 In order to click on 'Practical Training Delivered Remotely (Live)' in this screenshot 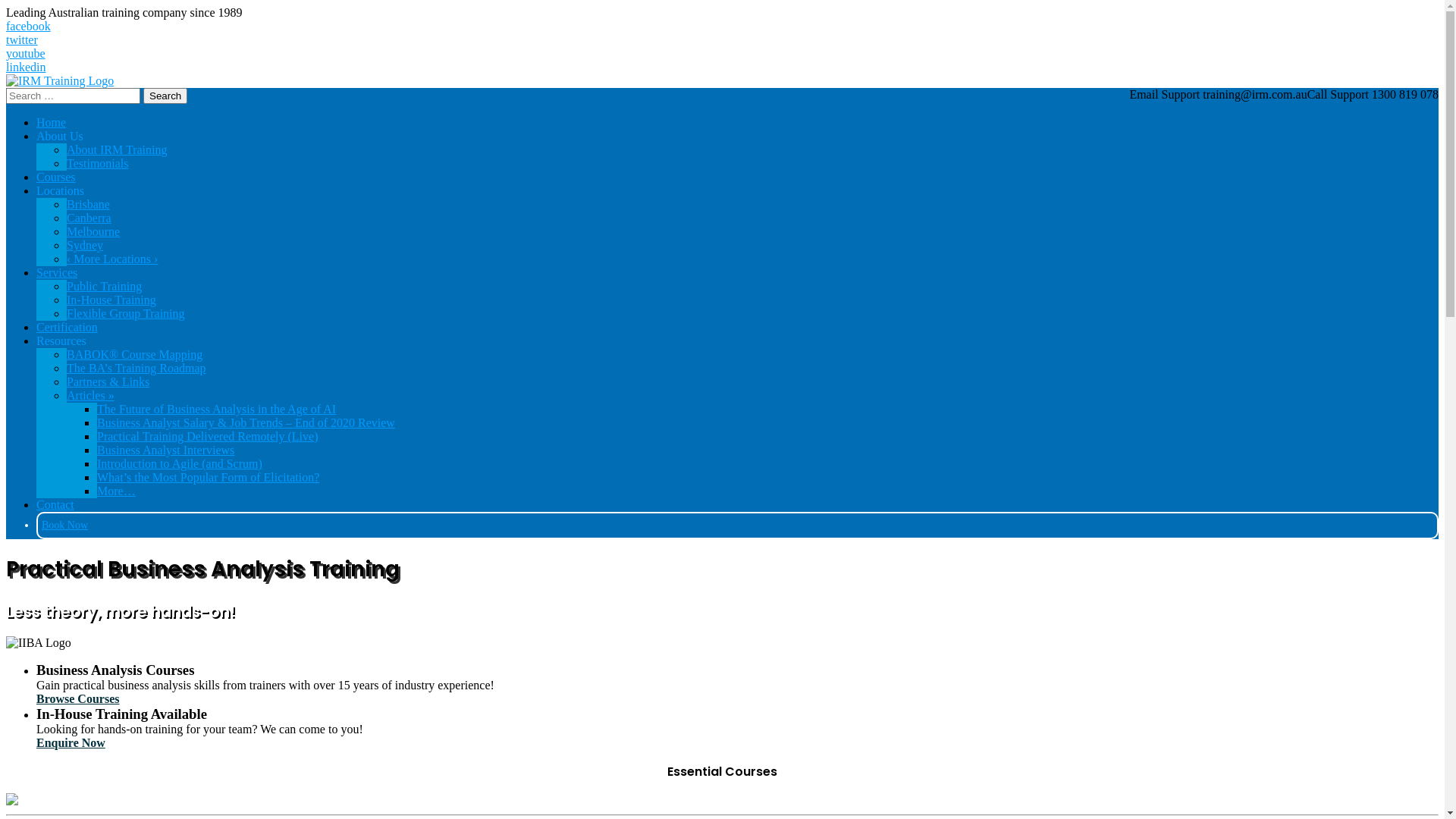, I will do `click(206, 436)`.